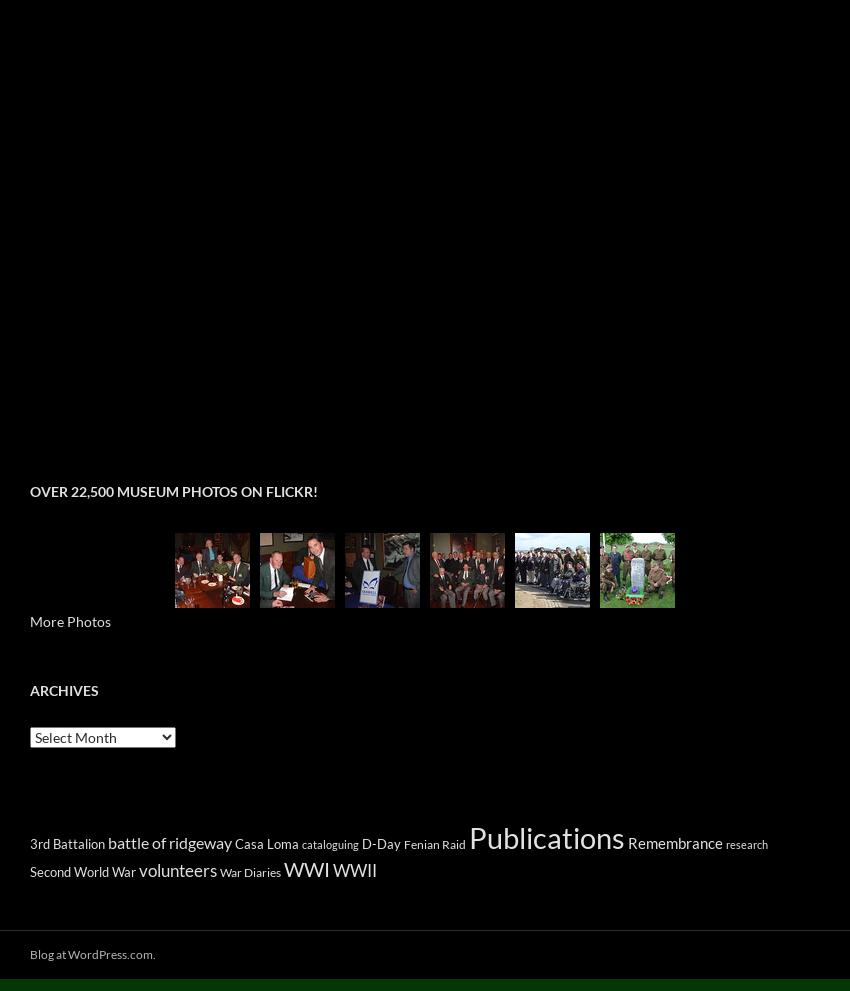 This screenshot has height=991, width=850. I want to click on 'Archives', so click(29, 690).